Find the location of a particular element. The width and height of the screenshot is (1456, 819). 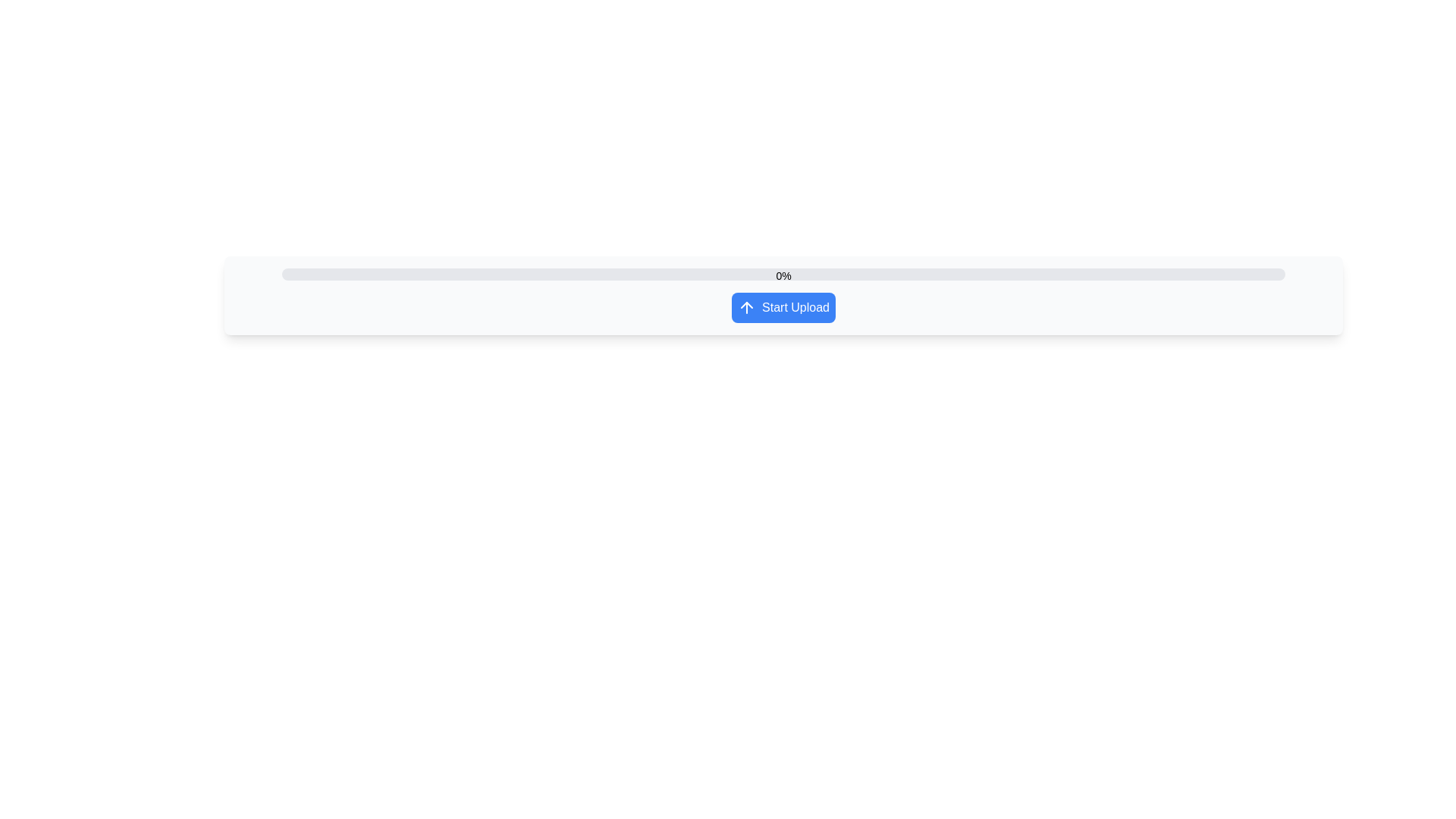

the blue button labeled 'Start Upload' with an upward arrow icon, located centrally below a progress bar displaying '0%' is located at coordinates (783, 307).